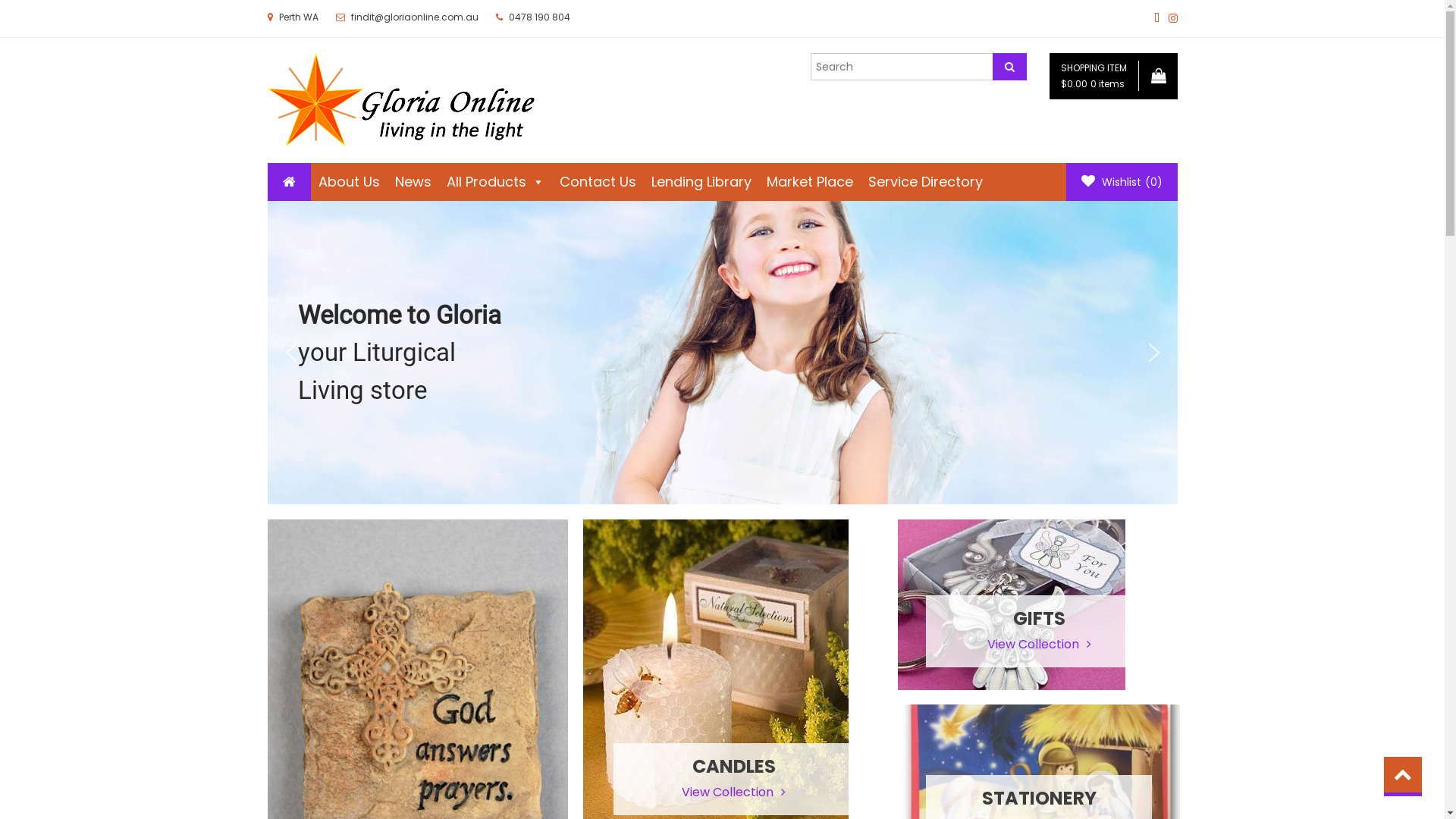 Image resolution: width=1456 pixels, height=819 pixels. I want to click on 'Market Place', so click(808, 180).